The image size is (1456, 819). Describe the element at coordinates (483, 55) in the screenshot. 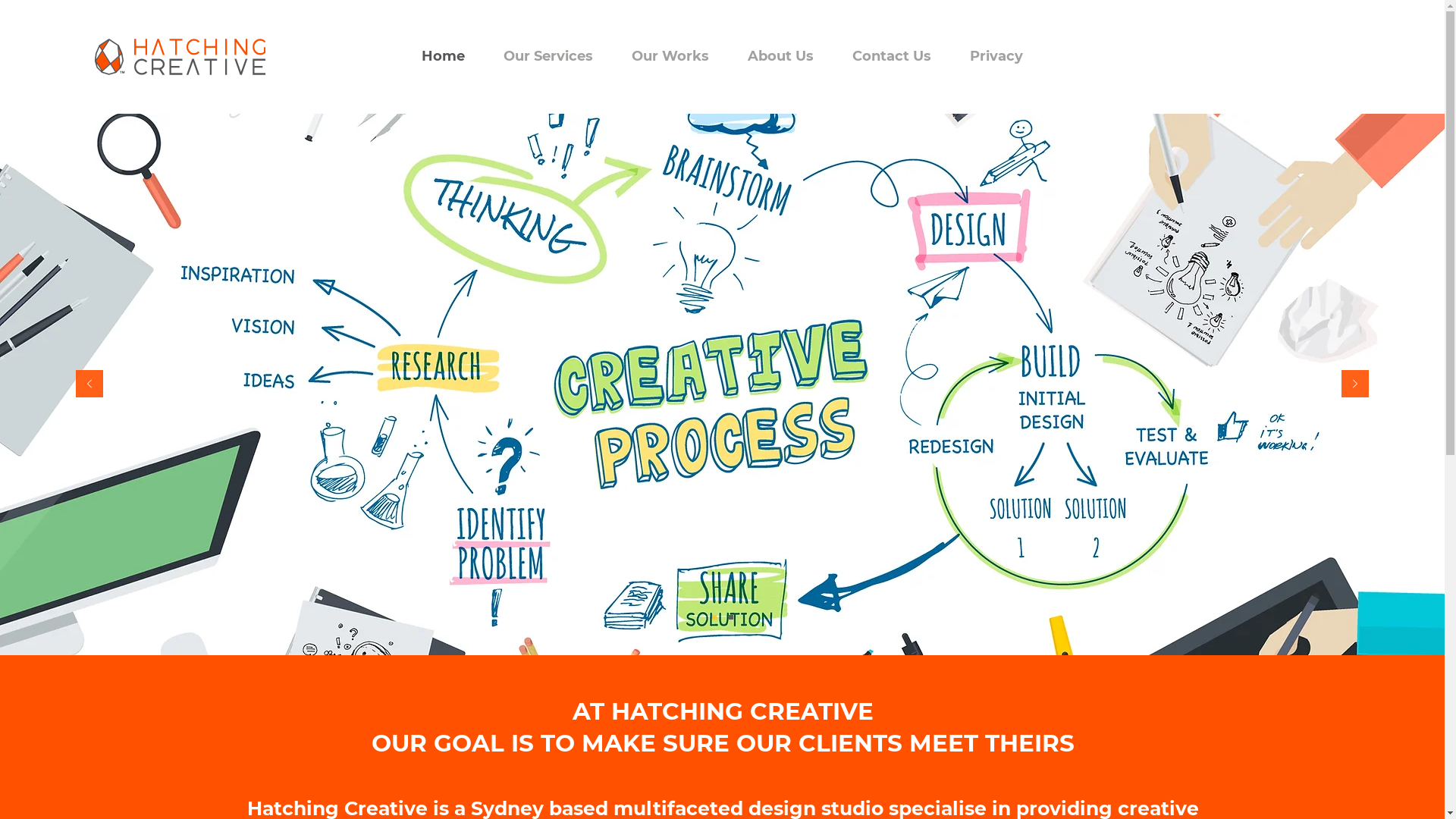

I see `'Our Services'` at that location.